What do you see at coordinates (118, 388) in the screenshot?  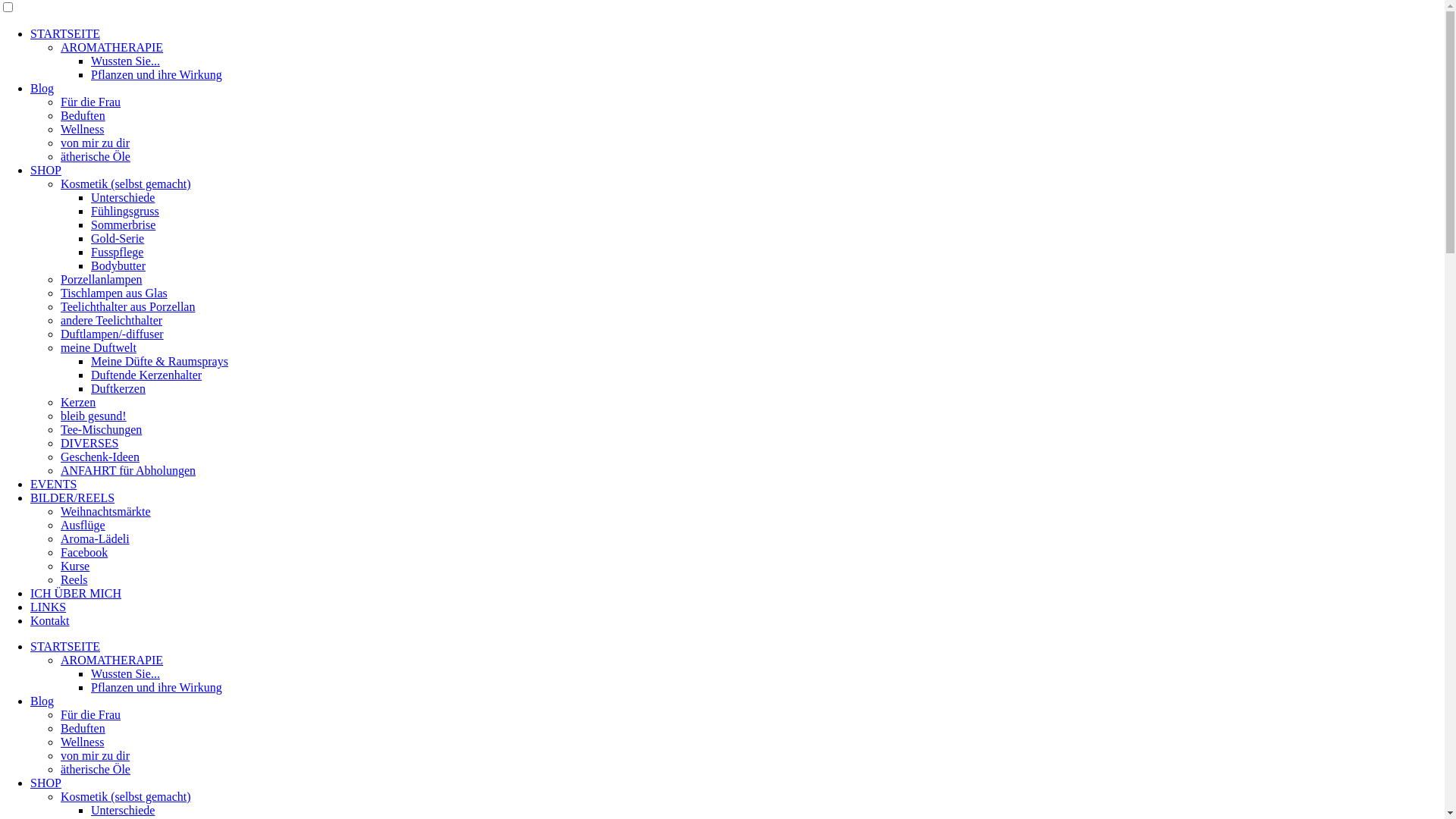 I see `'Duftkerzen'` at bounding box center [118, 388].